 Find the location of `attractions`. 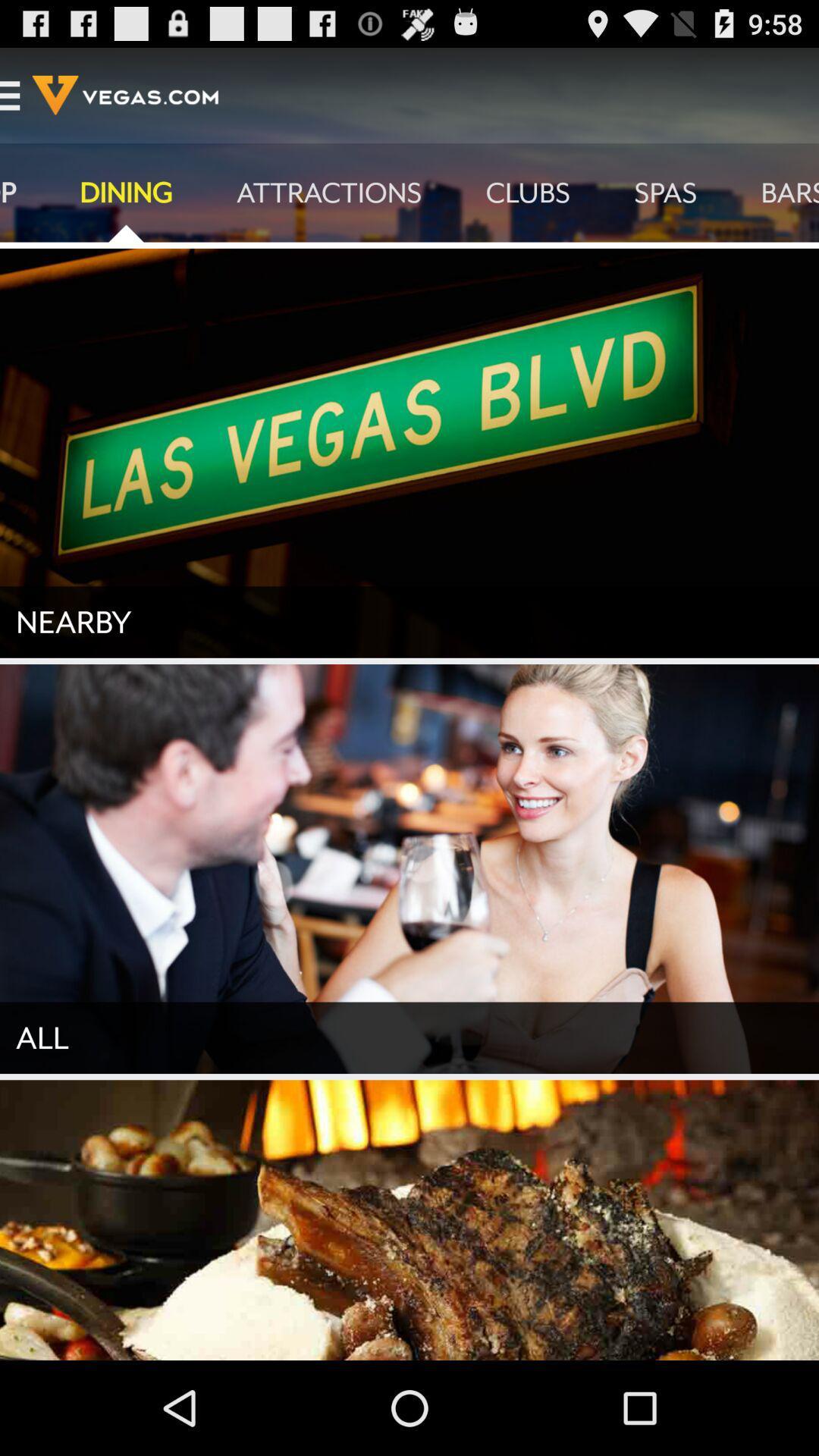

attractions is located at coordinates (328, 192).